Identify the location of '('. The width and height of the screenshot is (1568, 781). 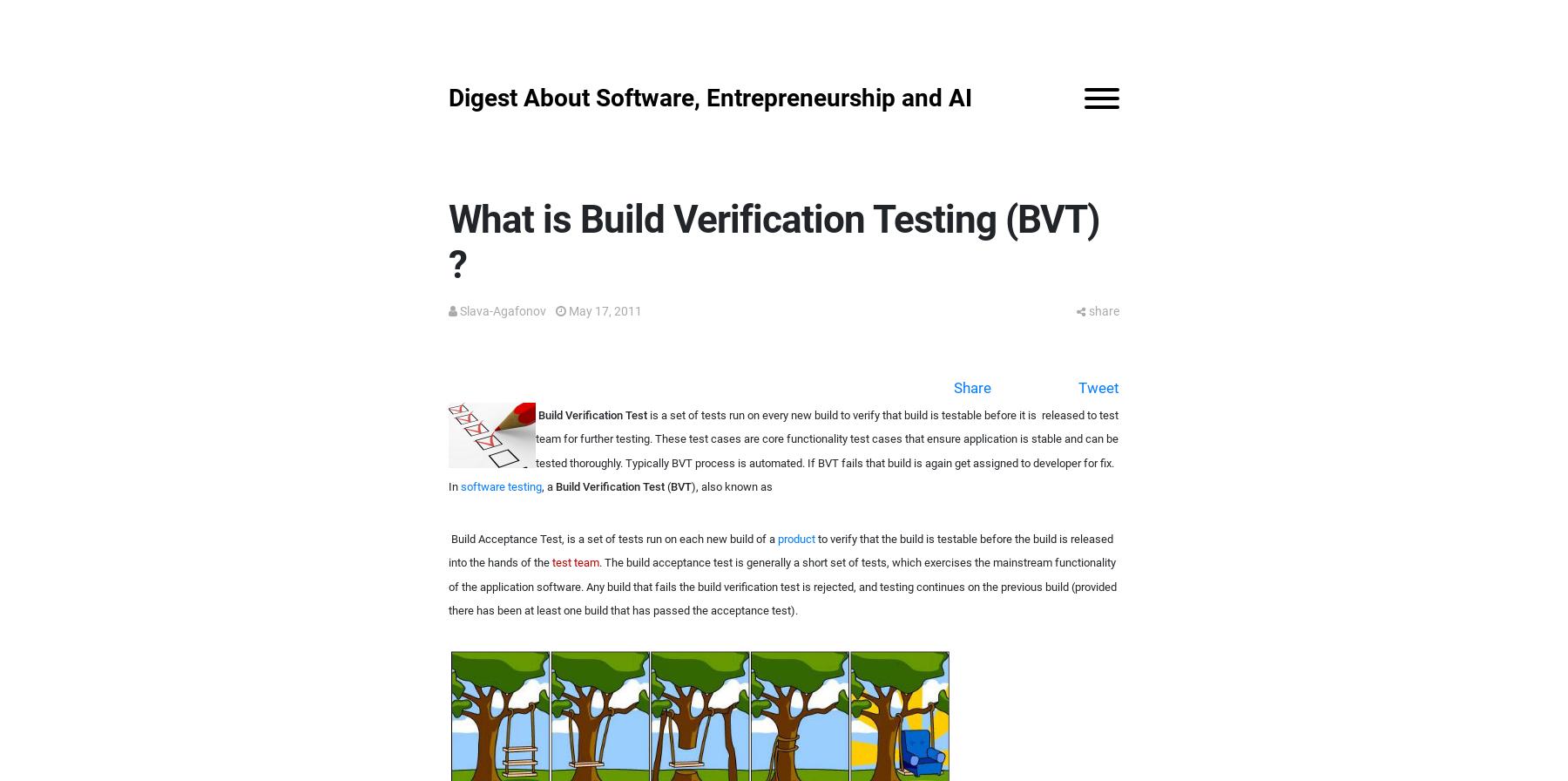
(666, 486).